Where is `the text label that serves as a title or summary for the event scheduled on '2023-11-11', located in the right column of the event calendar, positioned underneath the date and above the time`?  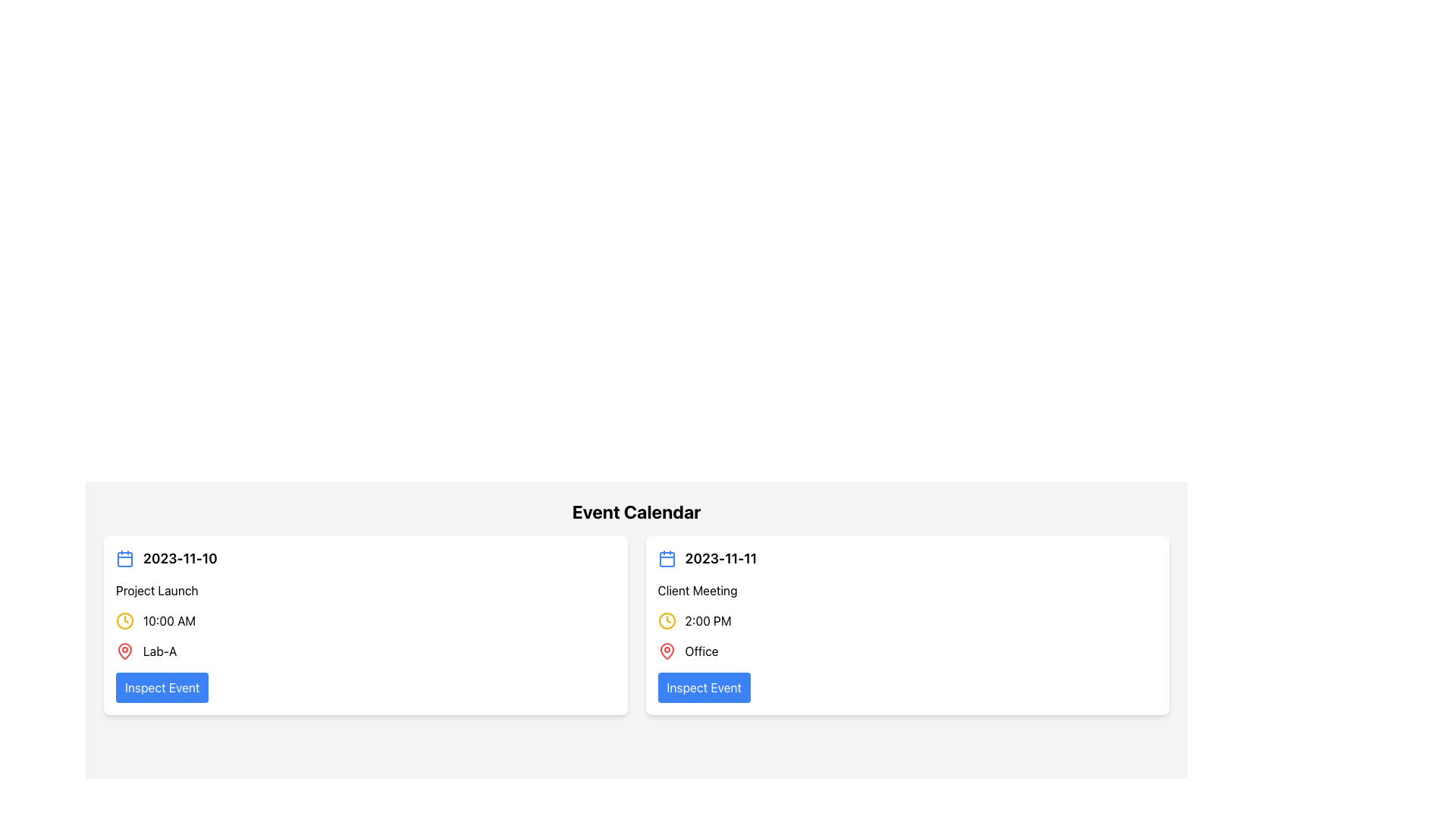
the text label that serves as a title or summary for the event scheduled on '2023-11-11', located in the right column of the event calendar, positioned underneath the date and above the time is located at coordinates (697, 590).